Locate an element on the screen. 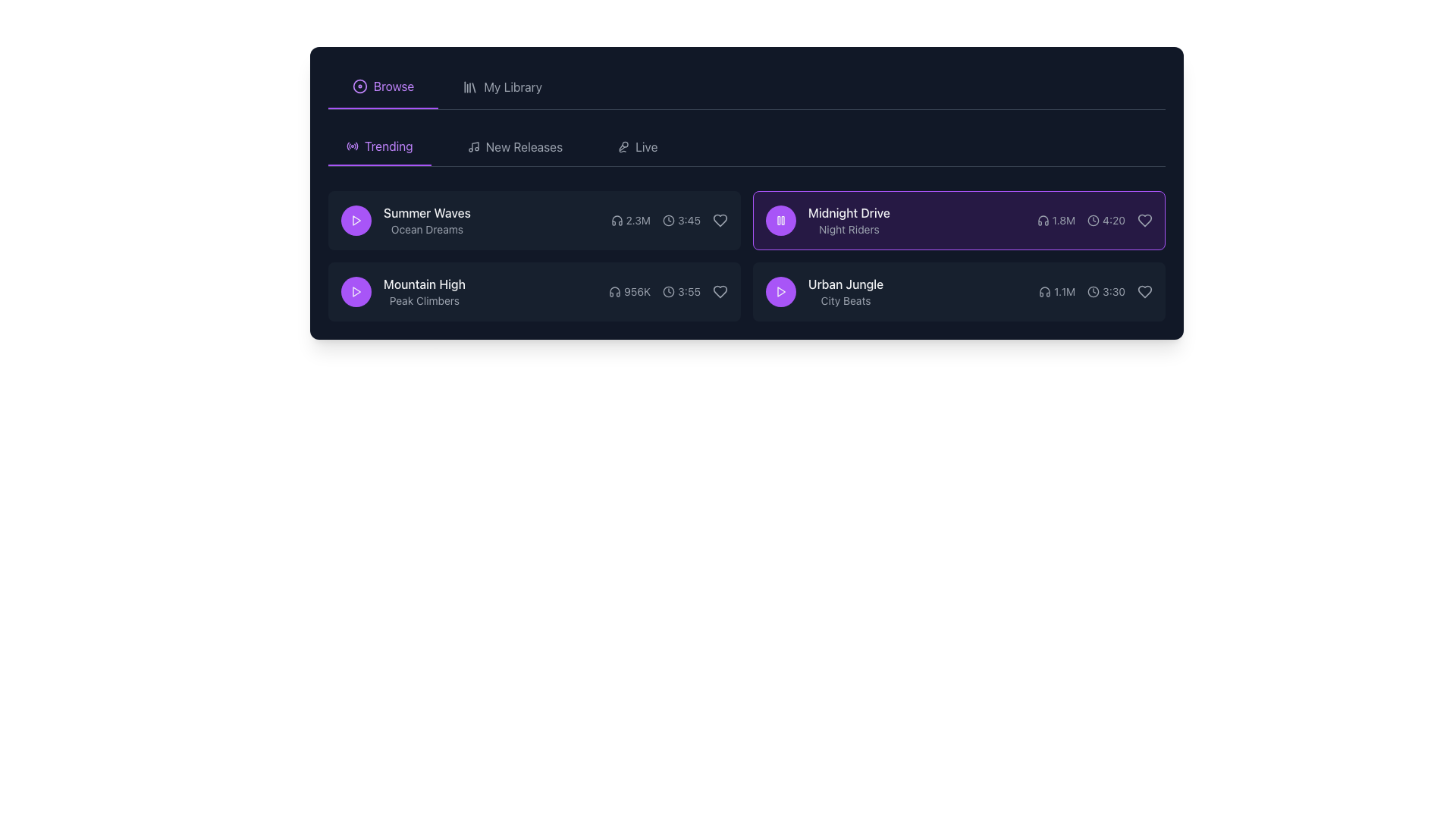  the small circular button with a purple background and a white play icon for the song 'Summer Waves' to observe the hover effects is located at coordinates (356, 220).